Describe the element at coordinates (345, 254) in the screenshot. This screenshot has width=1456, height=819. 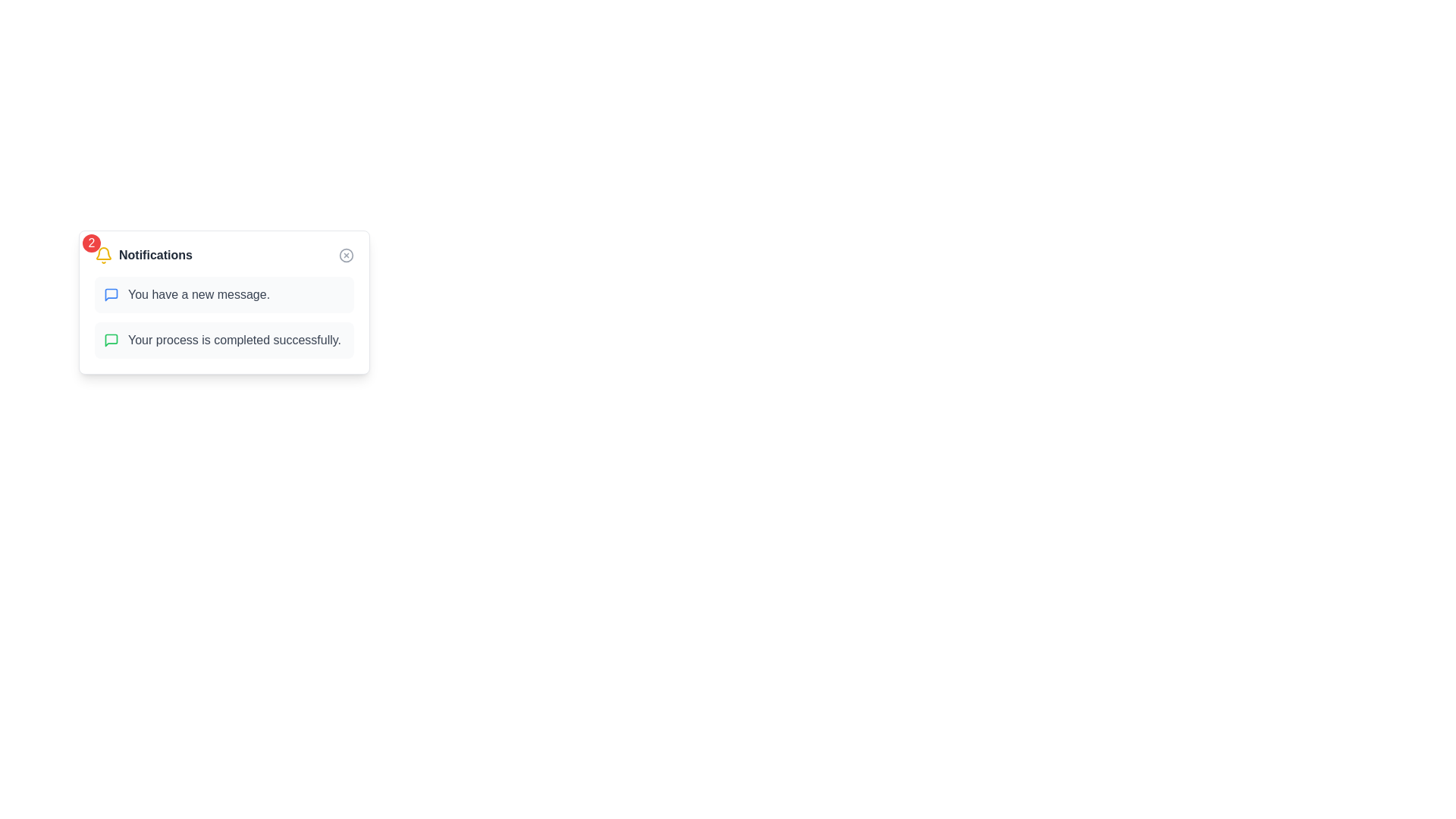
I see `the dismiss button located in the top-right corner of the notification panel next to the title 'Notifications'` at that location.